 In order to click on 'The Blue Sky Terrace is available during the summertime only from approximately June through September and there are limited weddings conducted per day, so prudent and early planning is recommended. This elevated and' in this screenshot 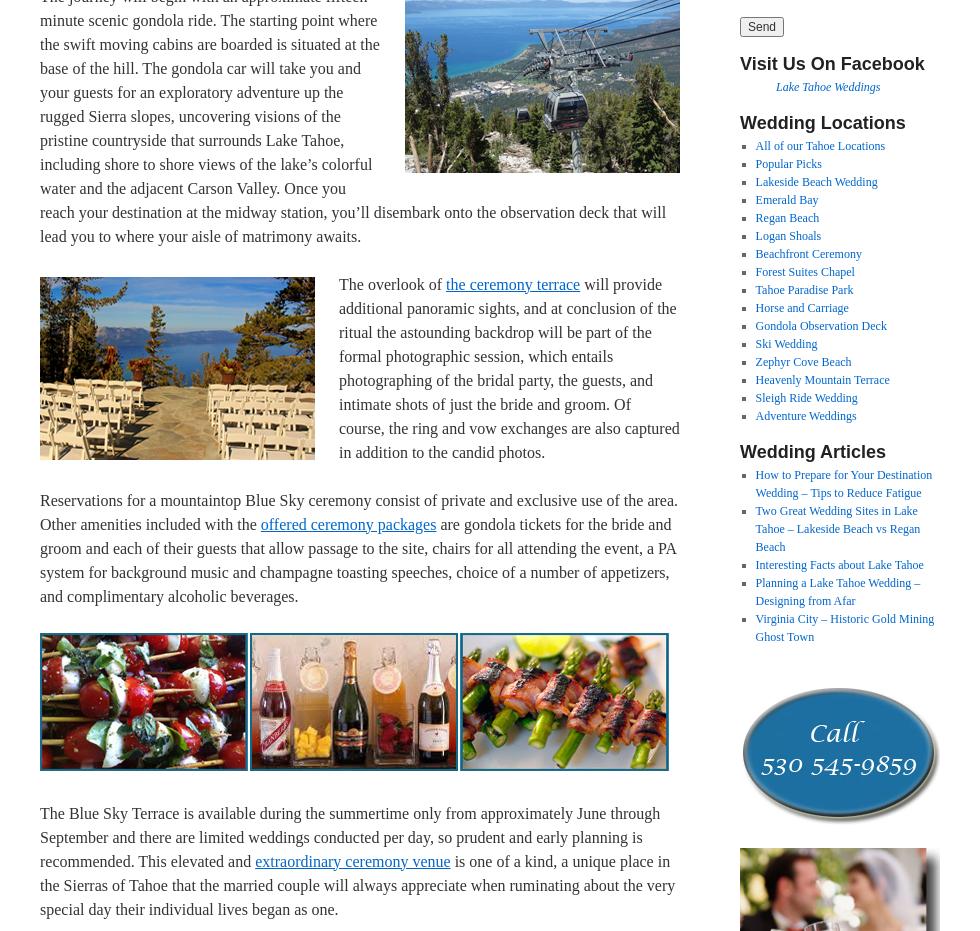, I will do `click(349, 835)`.